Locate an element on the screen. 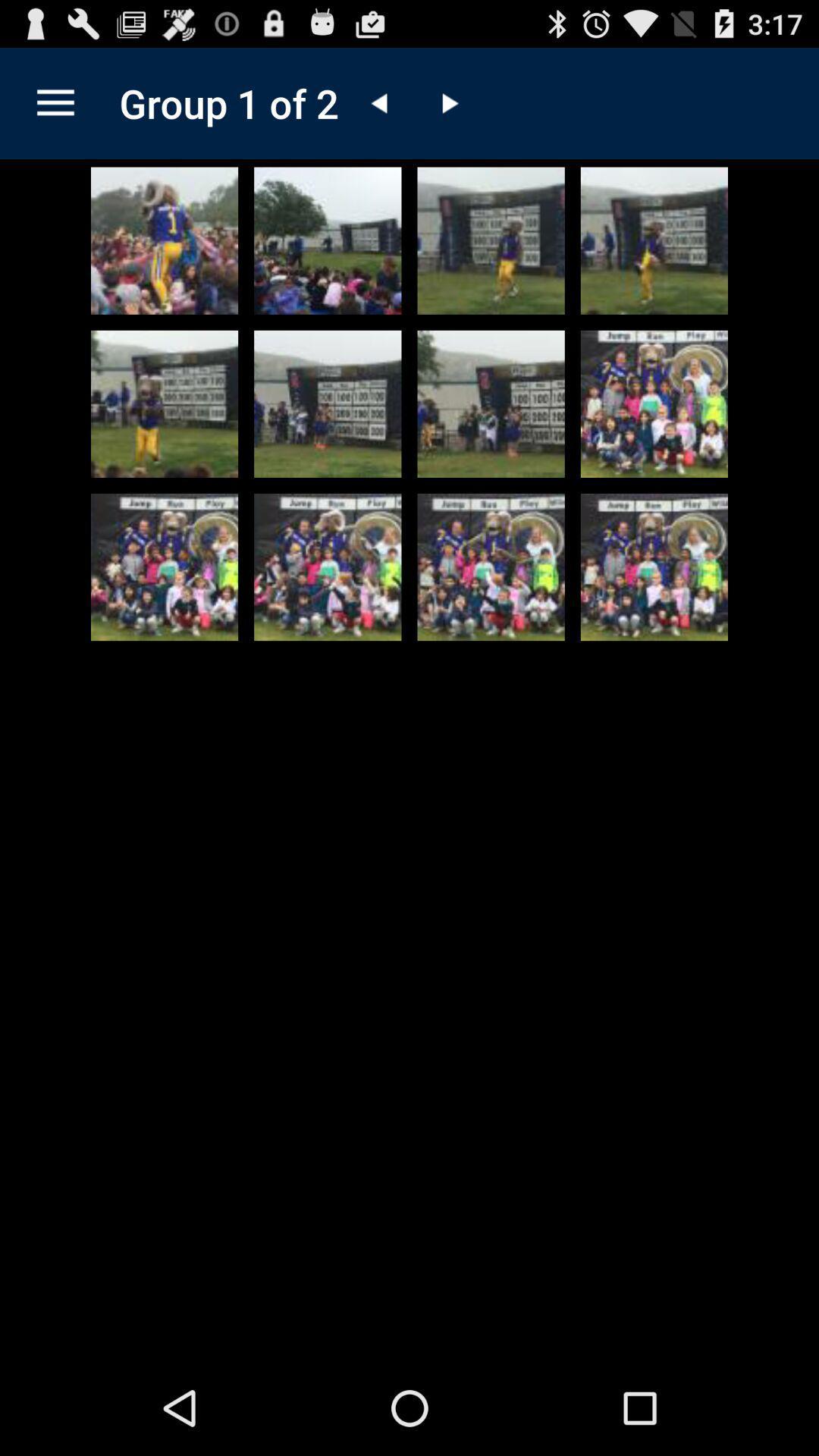 The width and height of the screenshot is (819, 1456). photo is located at coordinates (165, 240).